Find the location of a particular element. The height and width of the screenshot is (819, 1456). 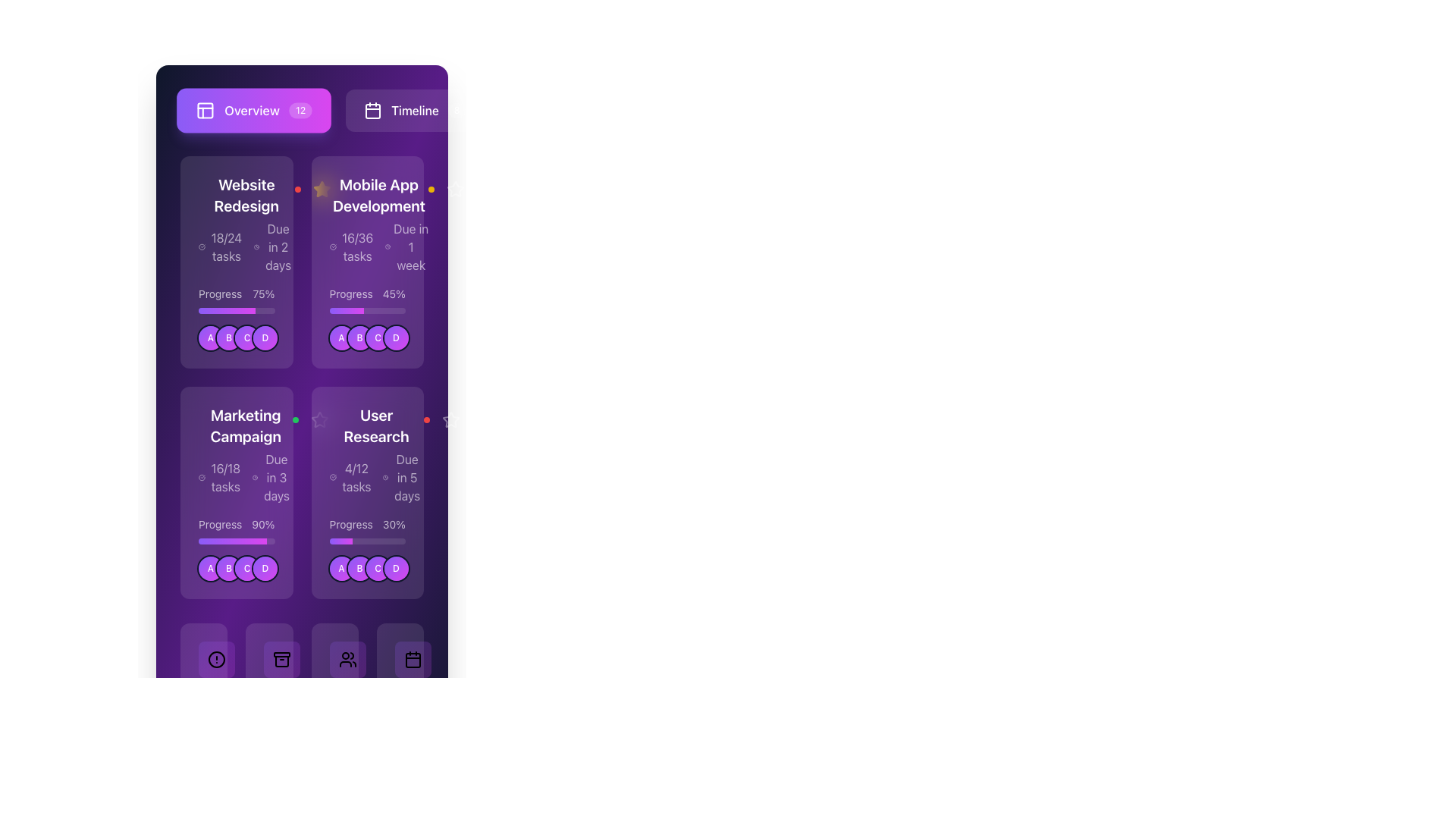

the star icon located in the top-right quadrant of the 'Mobile App Development' card is located at coordinates (321, 188).